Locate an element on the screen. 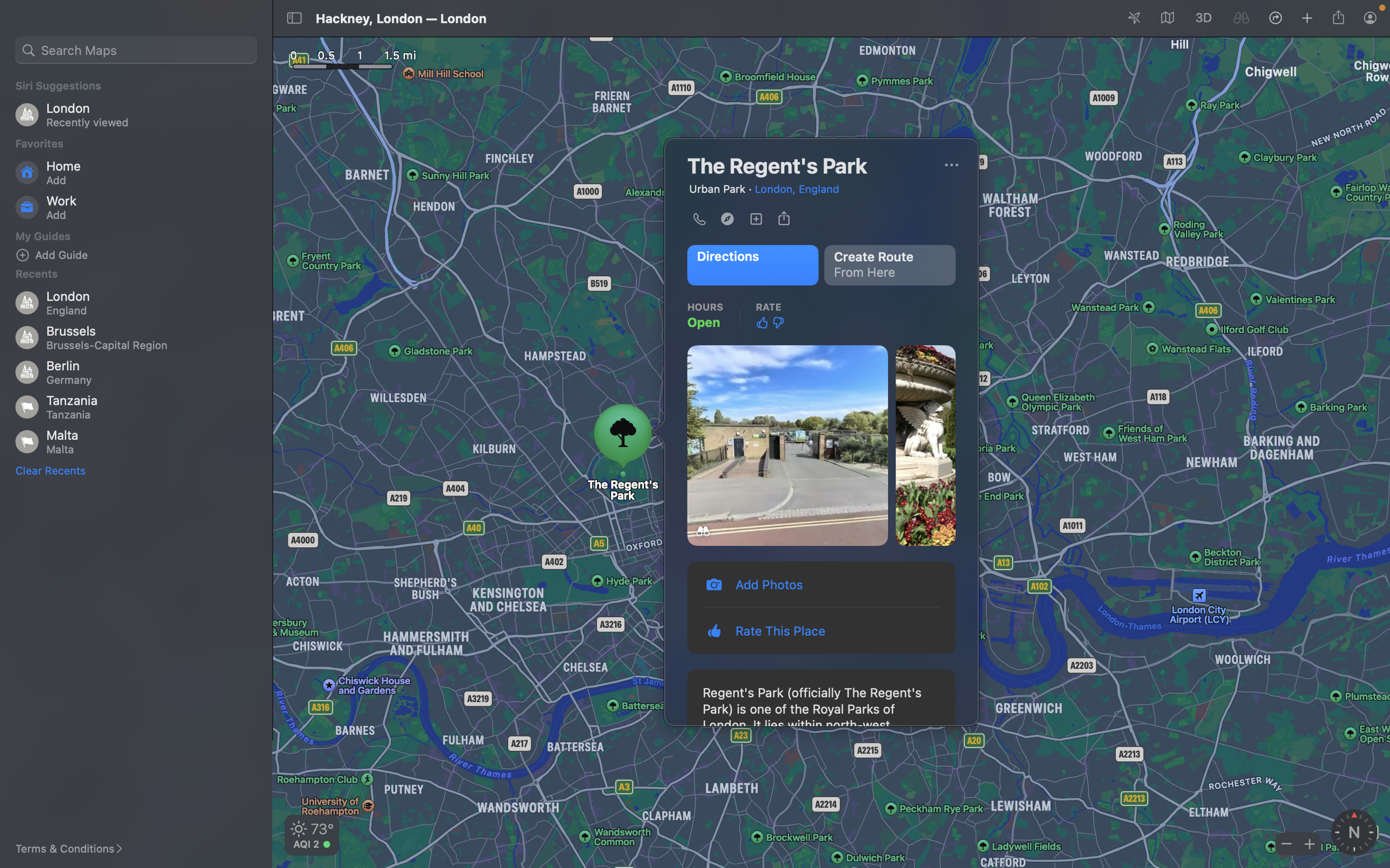  Determine the quickest route to the nearest public transport stop is located at coordinates (751, 265).